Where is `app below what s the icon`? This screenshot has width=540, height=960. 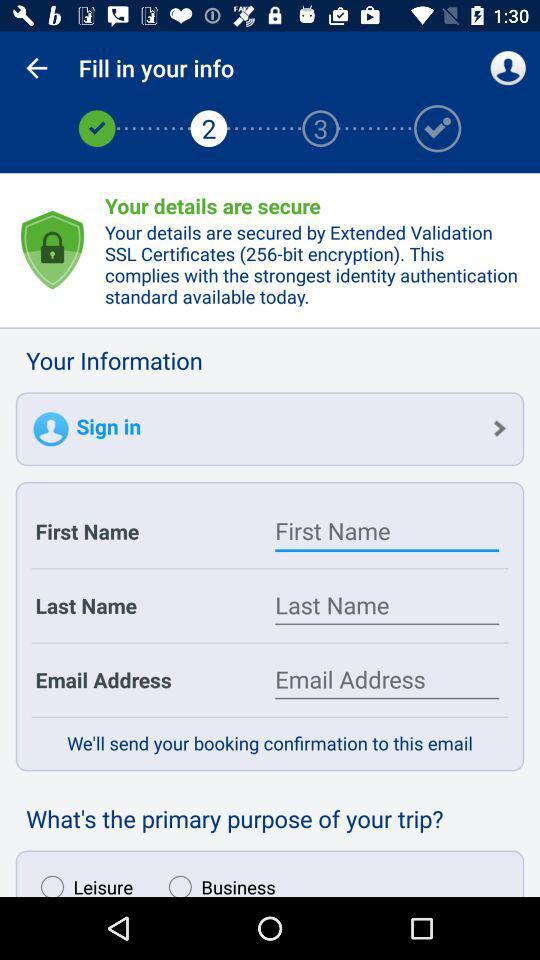
app below what s the icon is located at coordinates (81, 880).